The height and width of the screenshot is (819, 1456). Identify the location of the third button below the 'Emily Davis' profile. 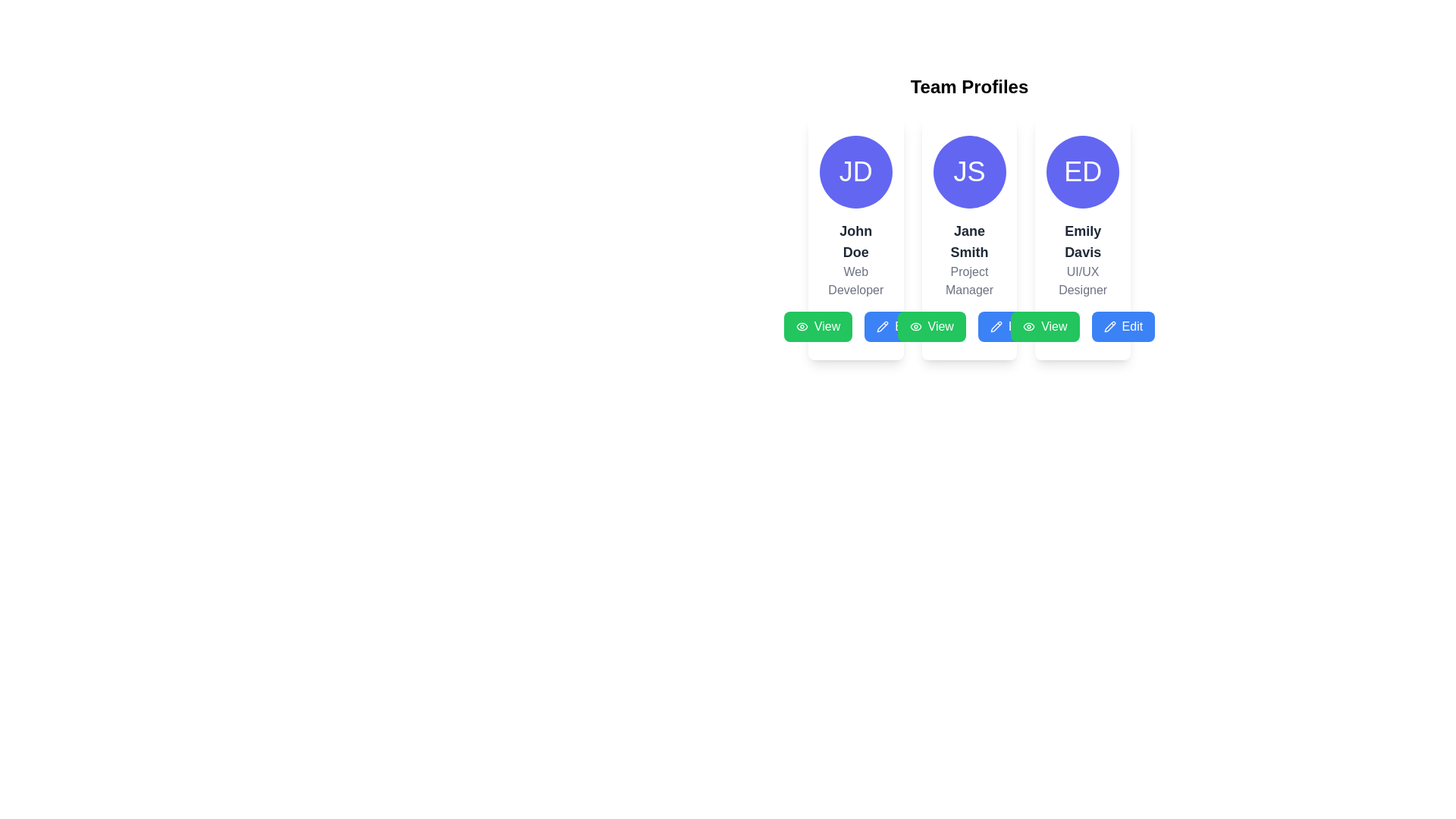
(1123, 326).